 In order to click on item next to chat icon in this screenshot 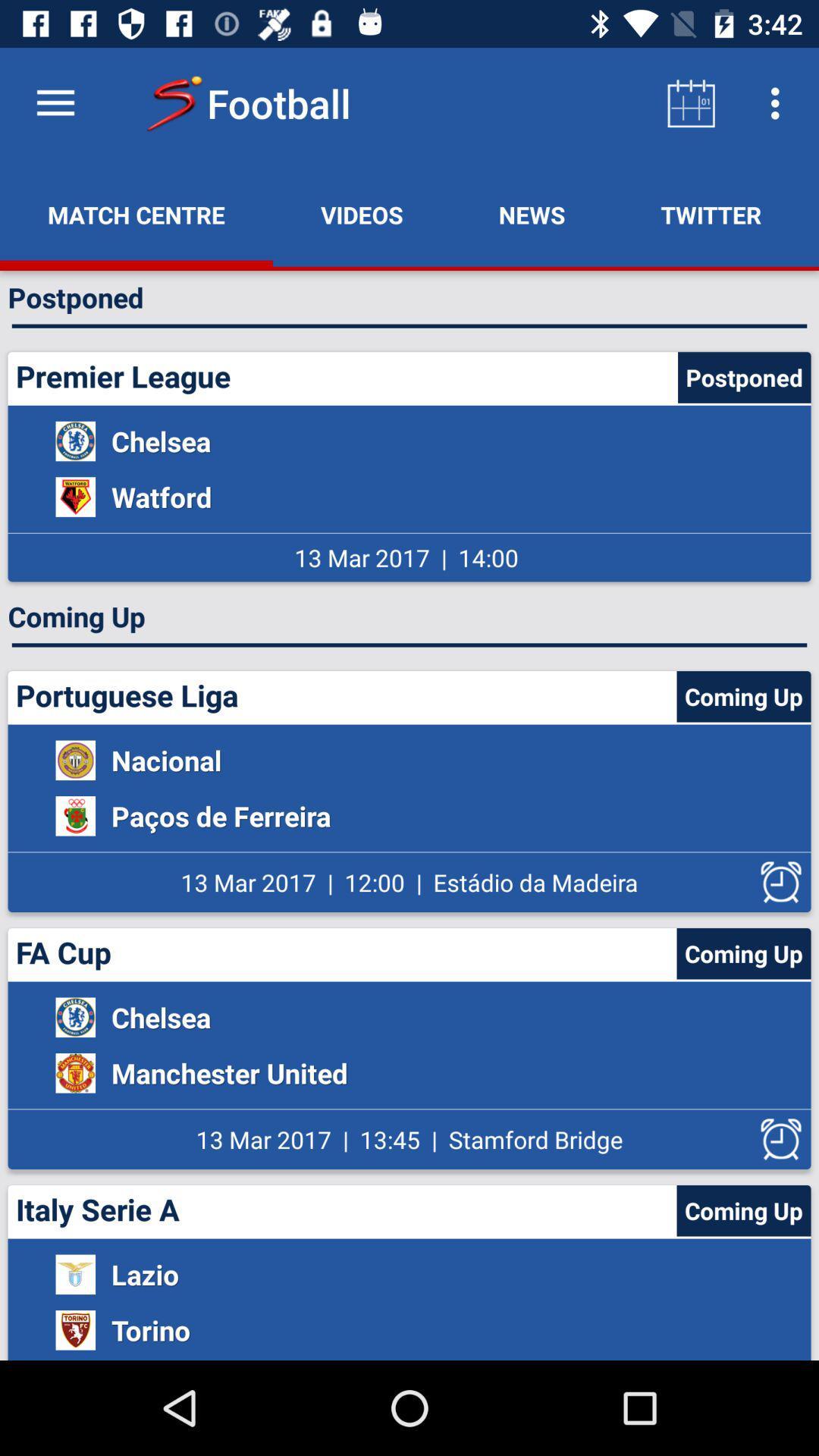, I will do `click(711, 214)`.